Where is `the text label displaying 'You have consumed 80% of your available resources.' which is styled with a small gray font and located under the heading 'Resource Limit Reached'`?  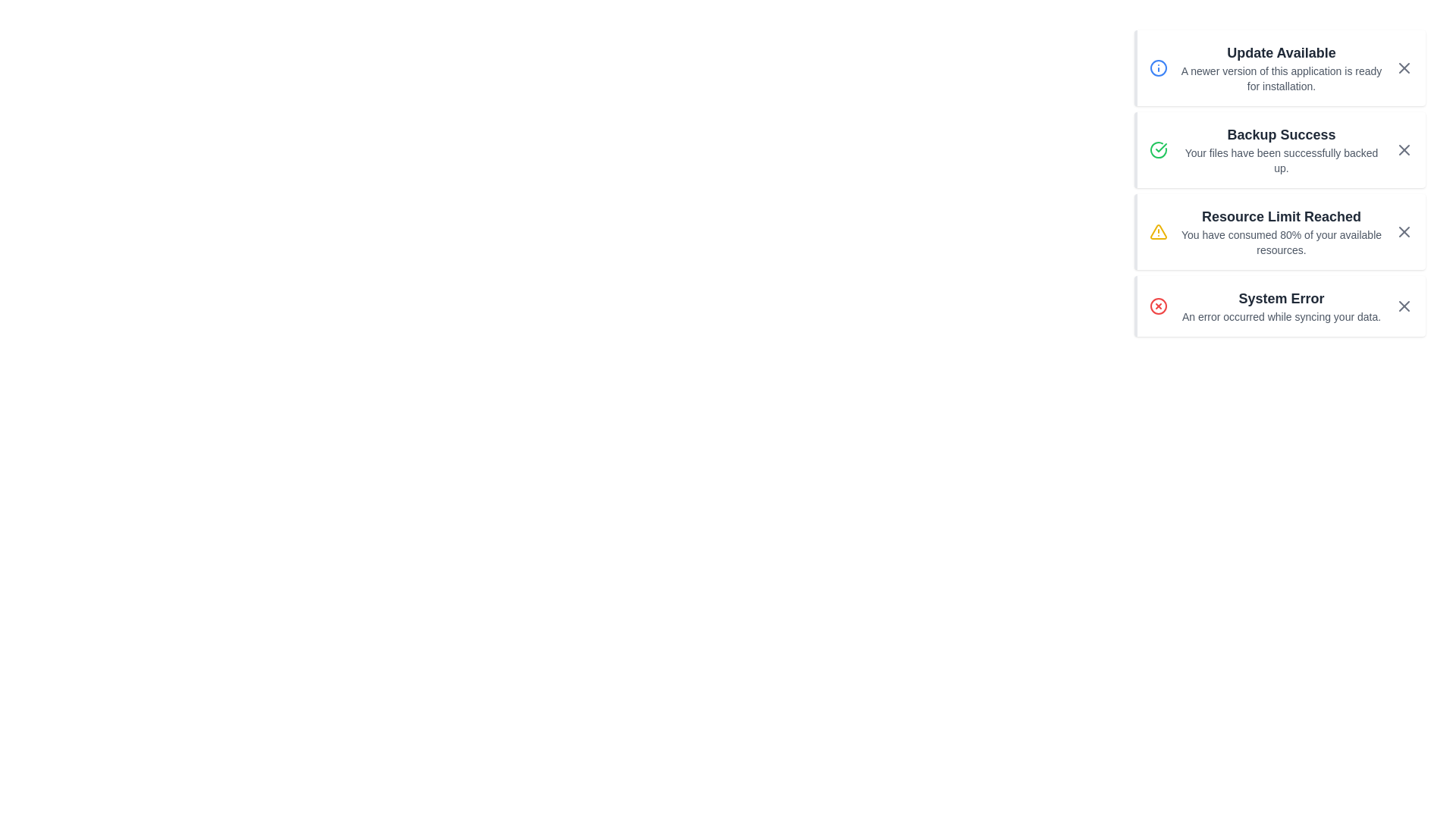
the text label displaying 'You have consumed 80% of your available resources.' which is styled with a small gray font and located under the heading 'Resource Limit Reached' is located at coordinates (1280, 242).